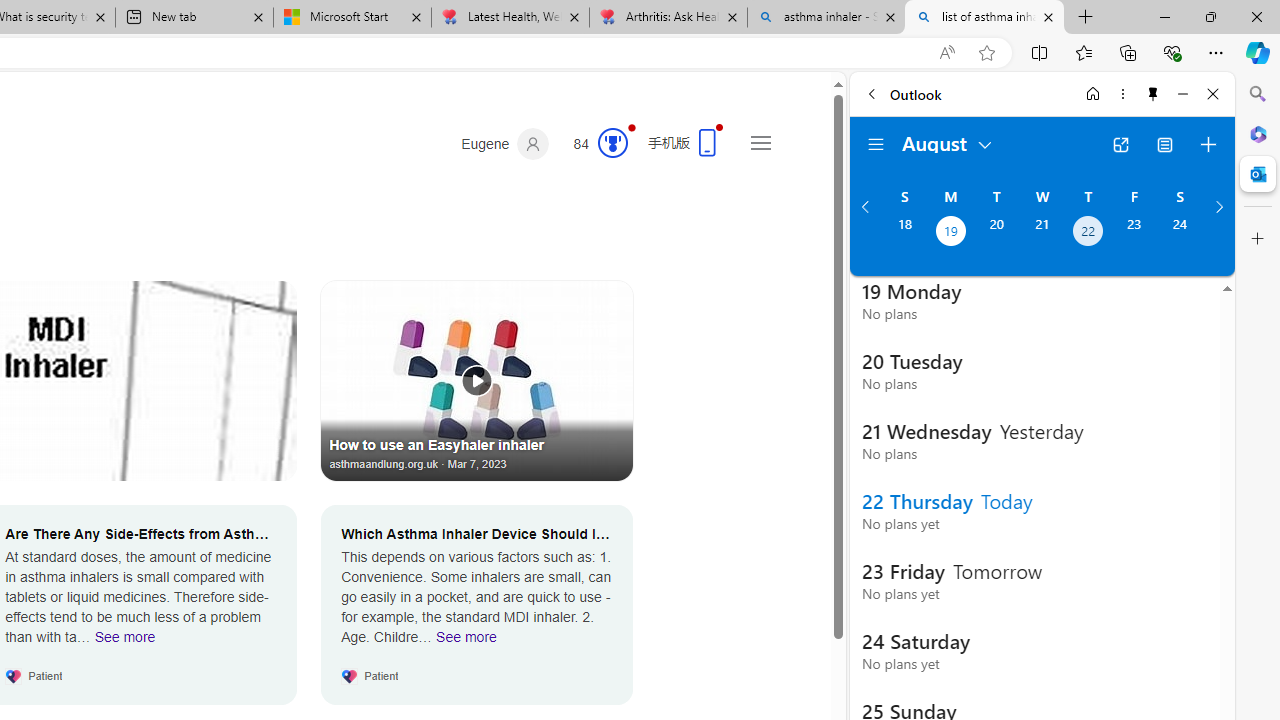 This screenshot has height=720, width=1280. I want to click on 'Animation', so click(631, 127).